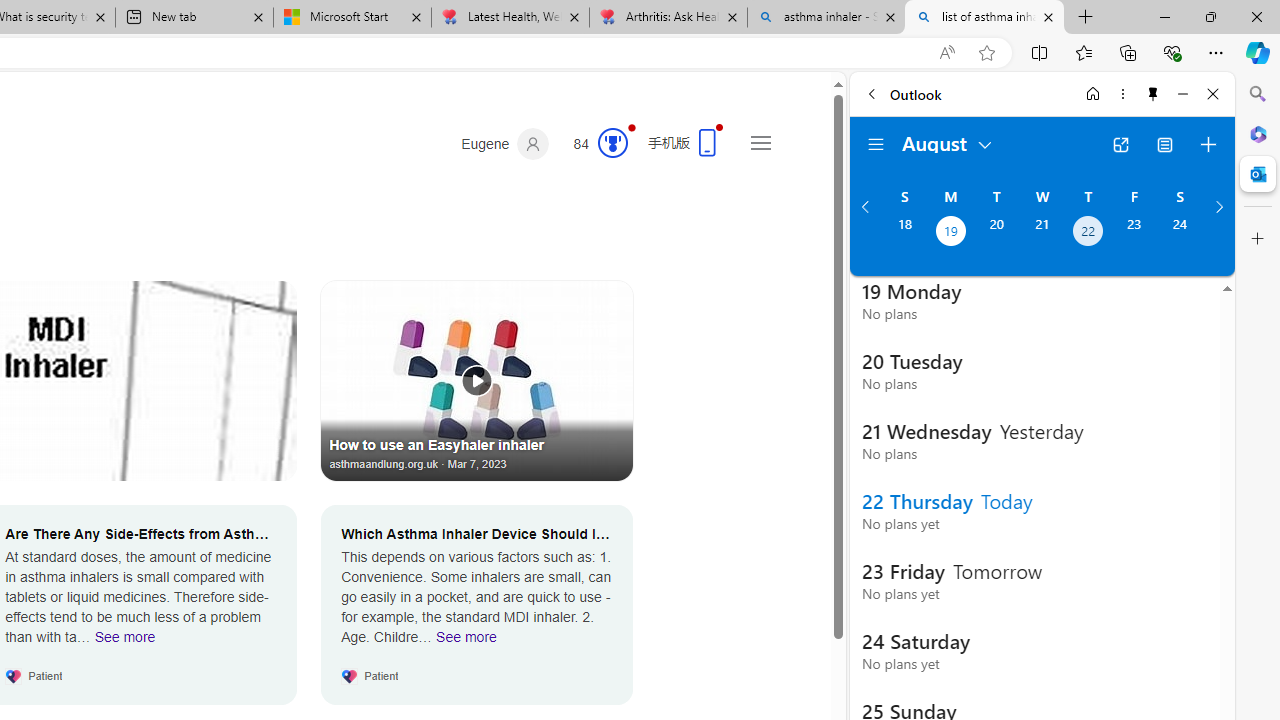 This screenshot has height=720, width=1280. I want to click on 'Animation', so click(631, 127).